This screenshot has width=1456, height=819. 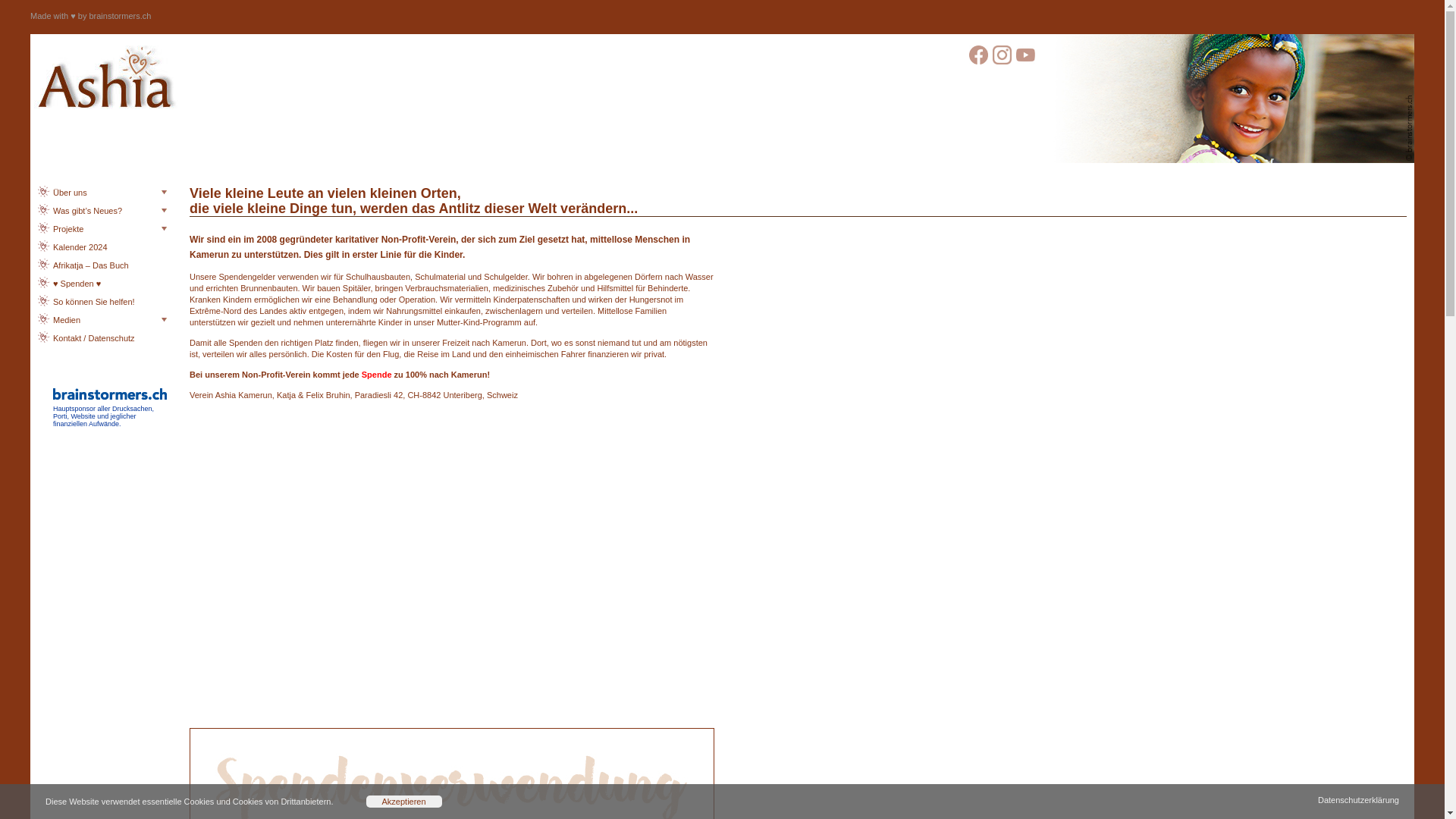 What do you see at coordinates (1003, 61) in the screenshot?
I see `'   '` at bounding box center [1003, 61].